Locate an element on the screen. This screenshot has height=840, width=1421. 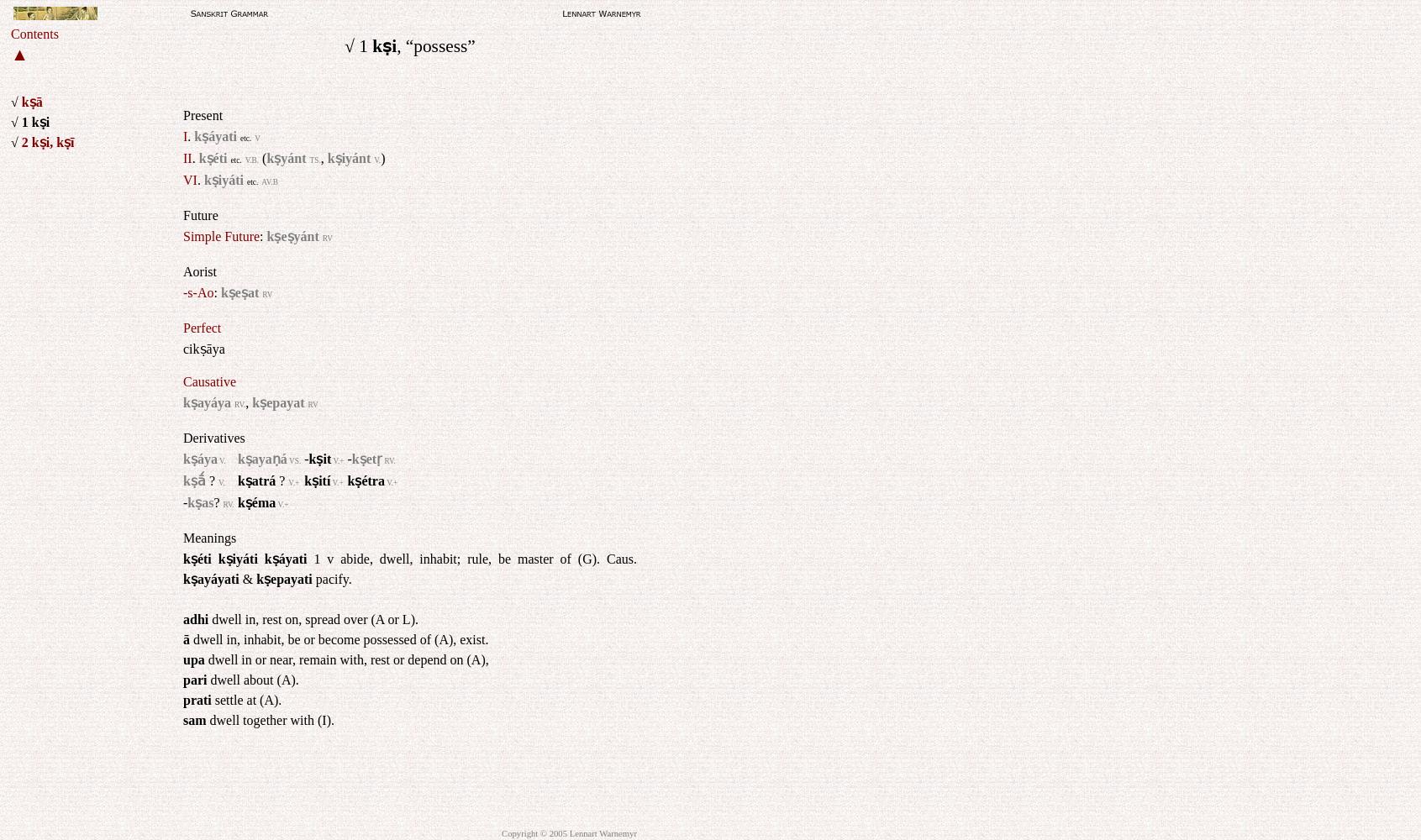
'kṣéma' is located at coordinates (256, 501).